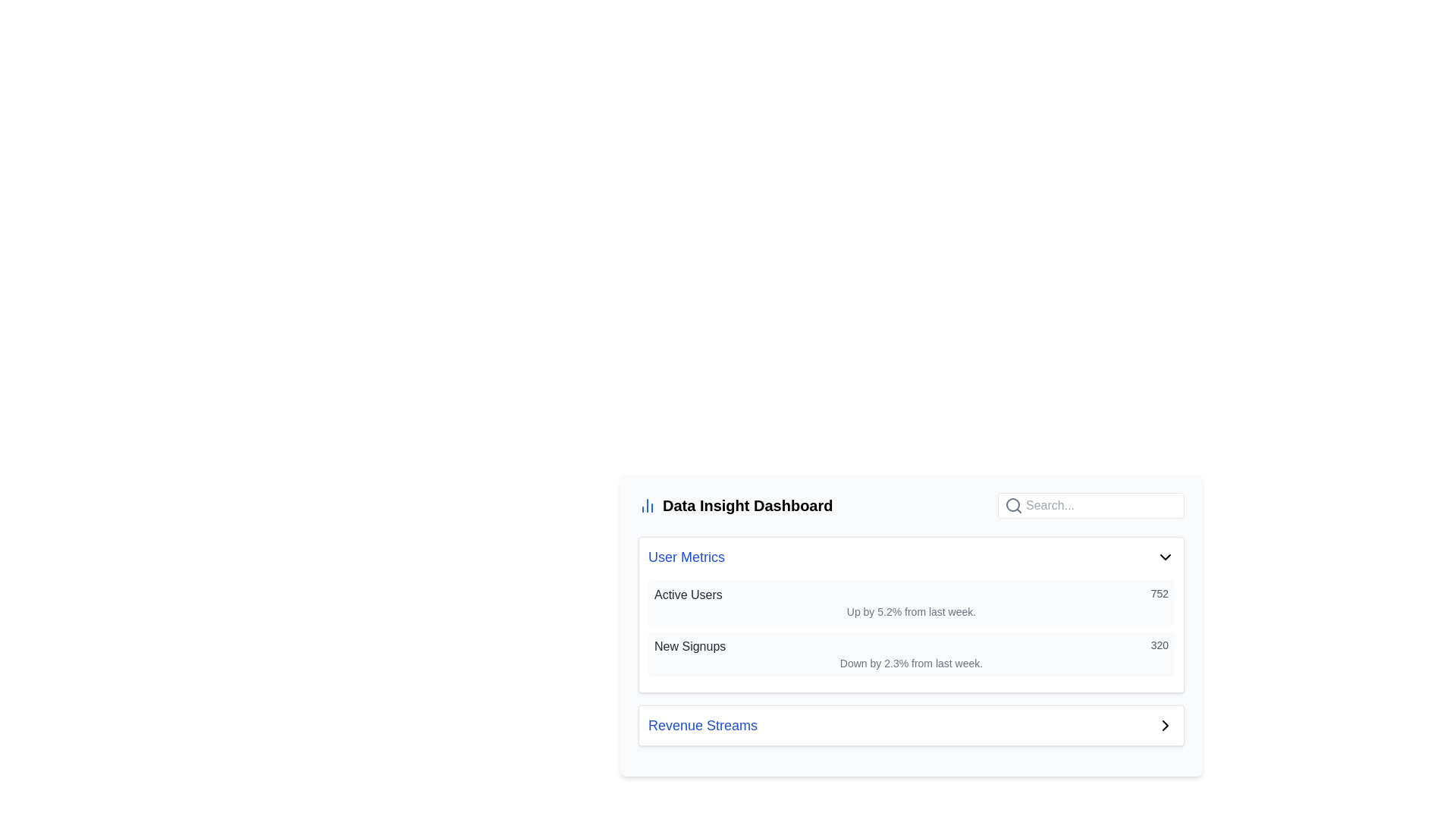  What do you see at coordinates (910, 724) in the screenshot?
I see `the button at the bottom of the metrics section` at bounding box center [910, 724].